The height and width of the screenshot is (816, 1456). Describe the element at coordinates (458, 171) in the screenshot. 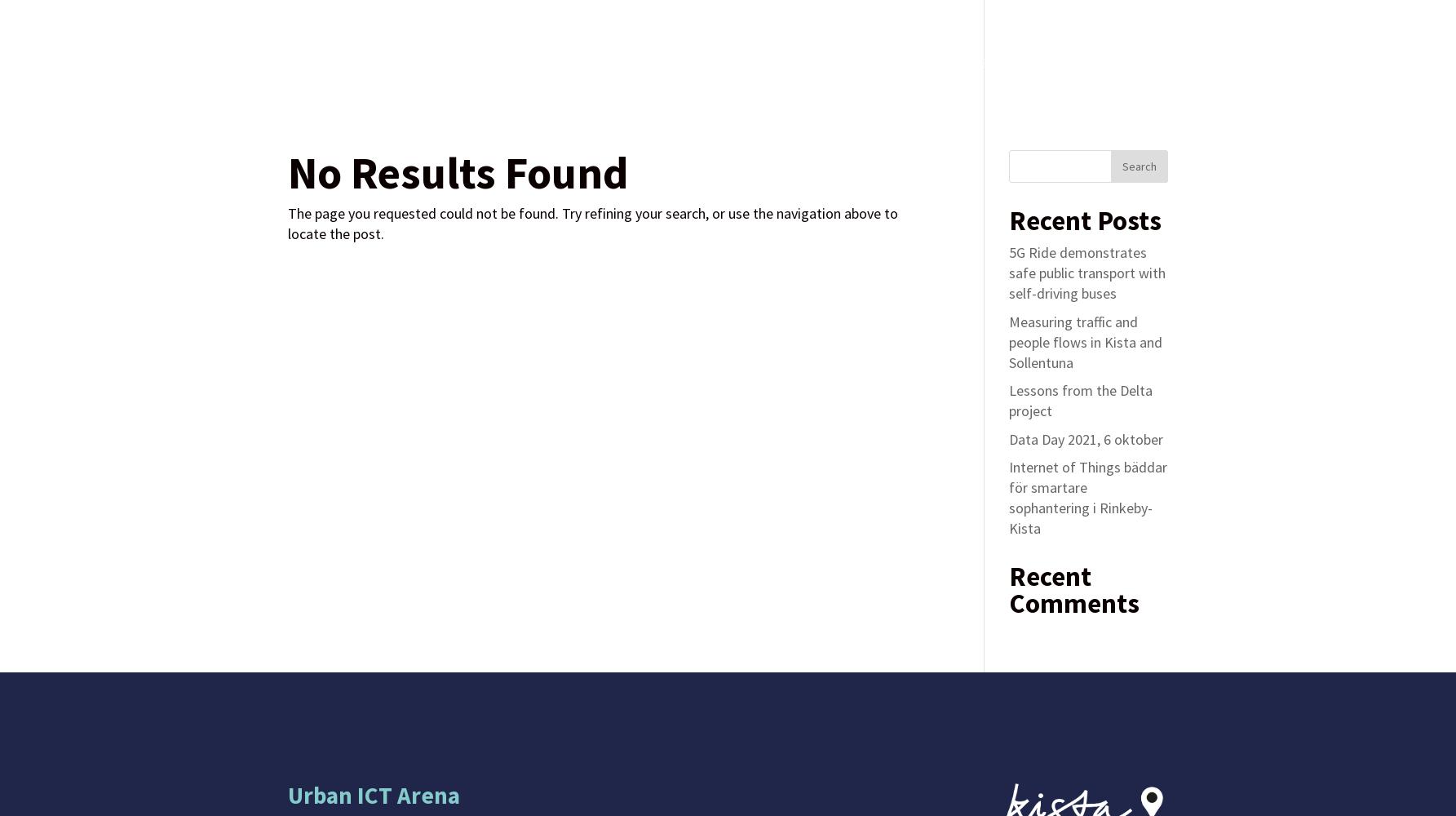

I see `'No Results Found'` at that location.